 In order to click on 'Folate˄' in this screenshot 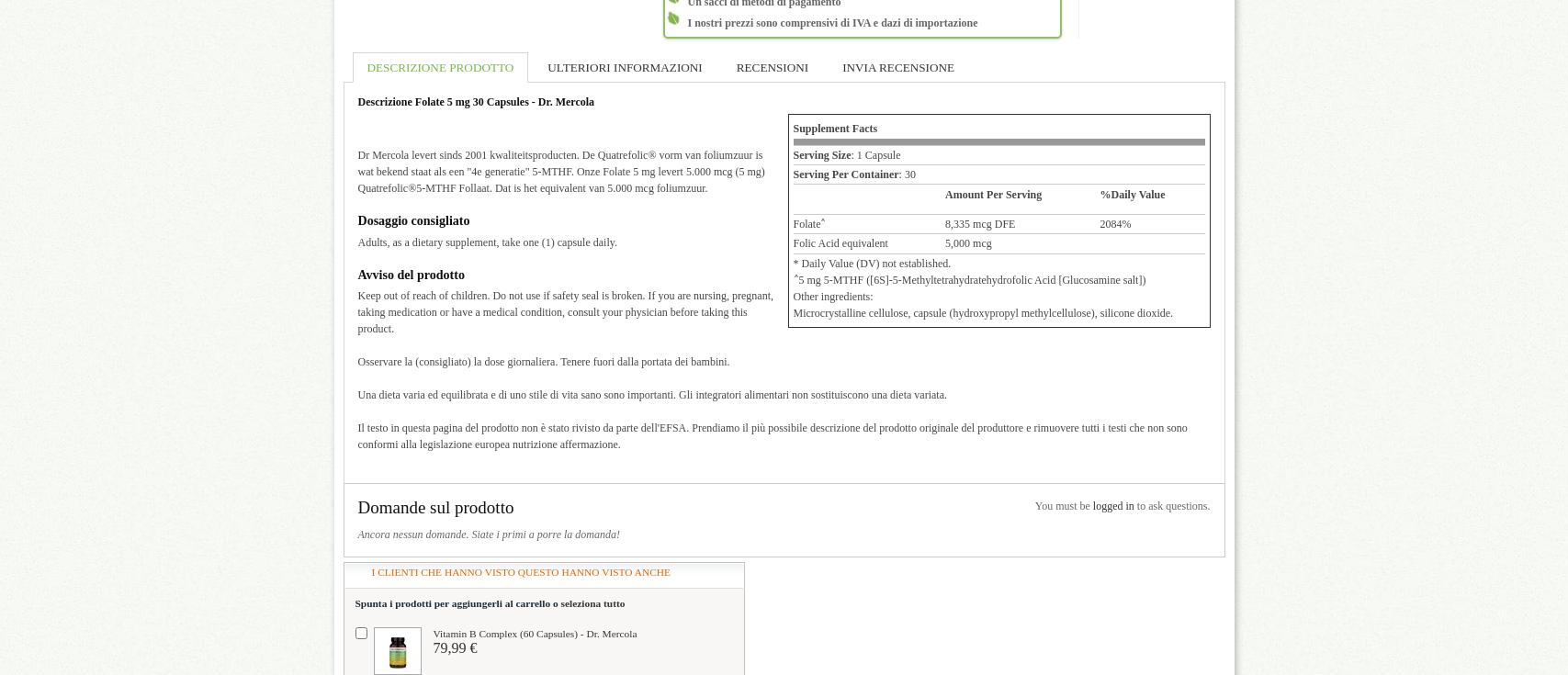, I will do `click(792, 221)`.